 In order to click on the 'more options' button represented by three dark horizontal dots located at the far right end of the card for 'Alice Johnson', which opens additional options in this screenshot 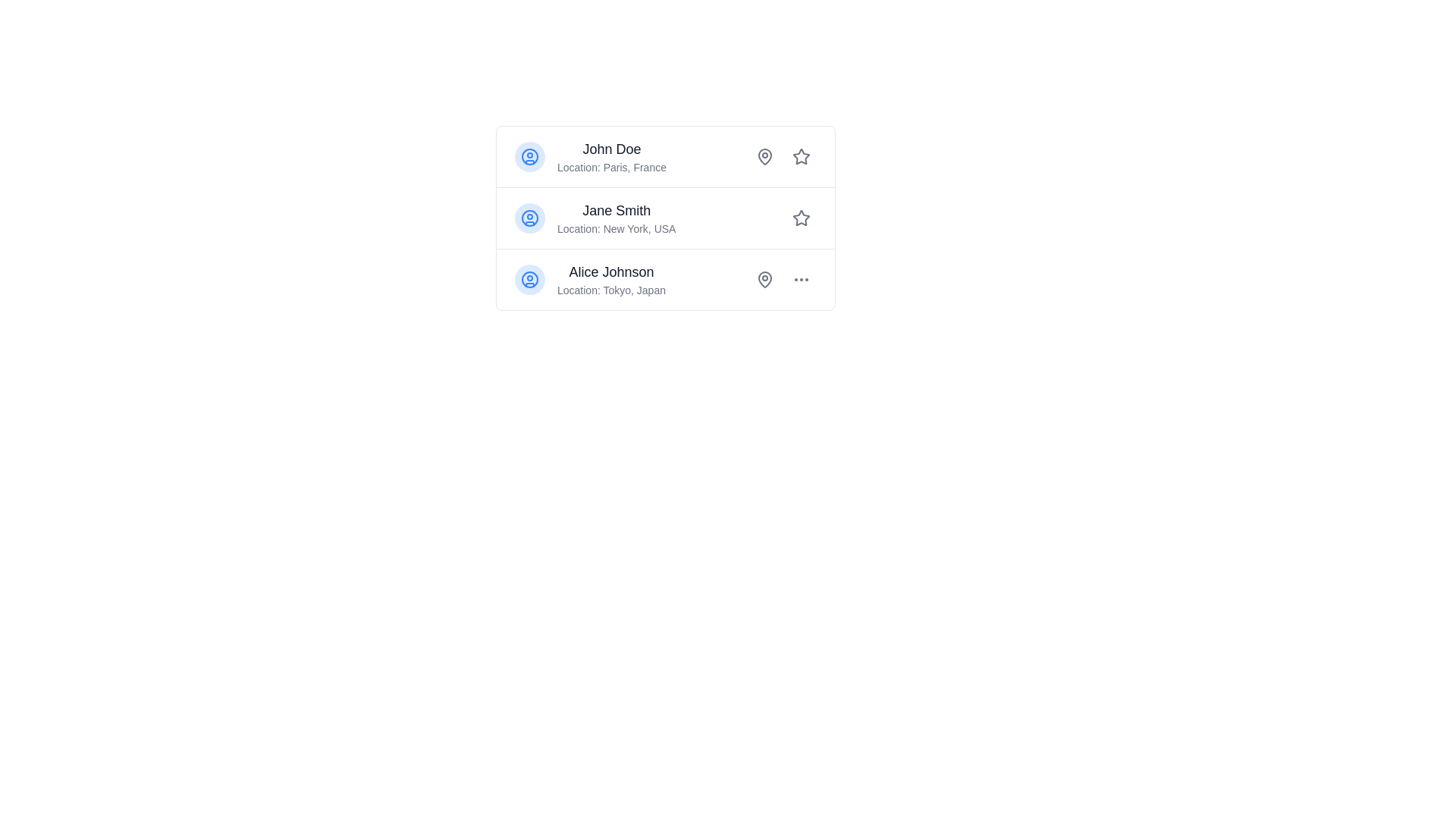, I will do `click(800, 280)`.